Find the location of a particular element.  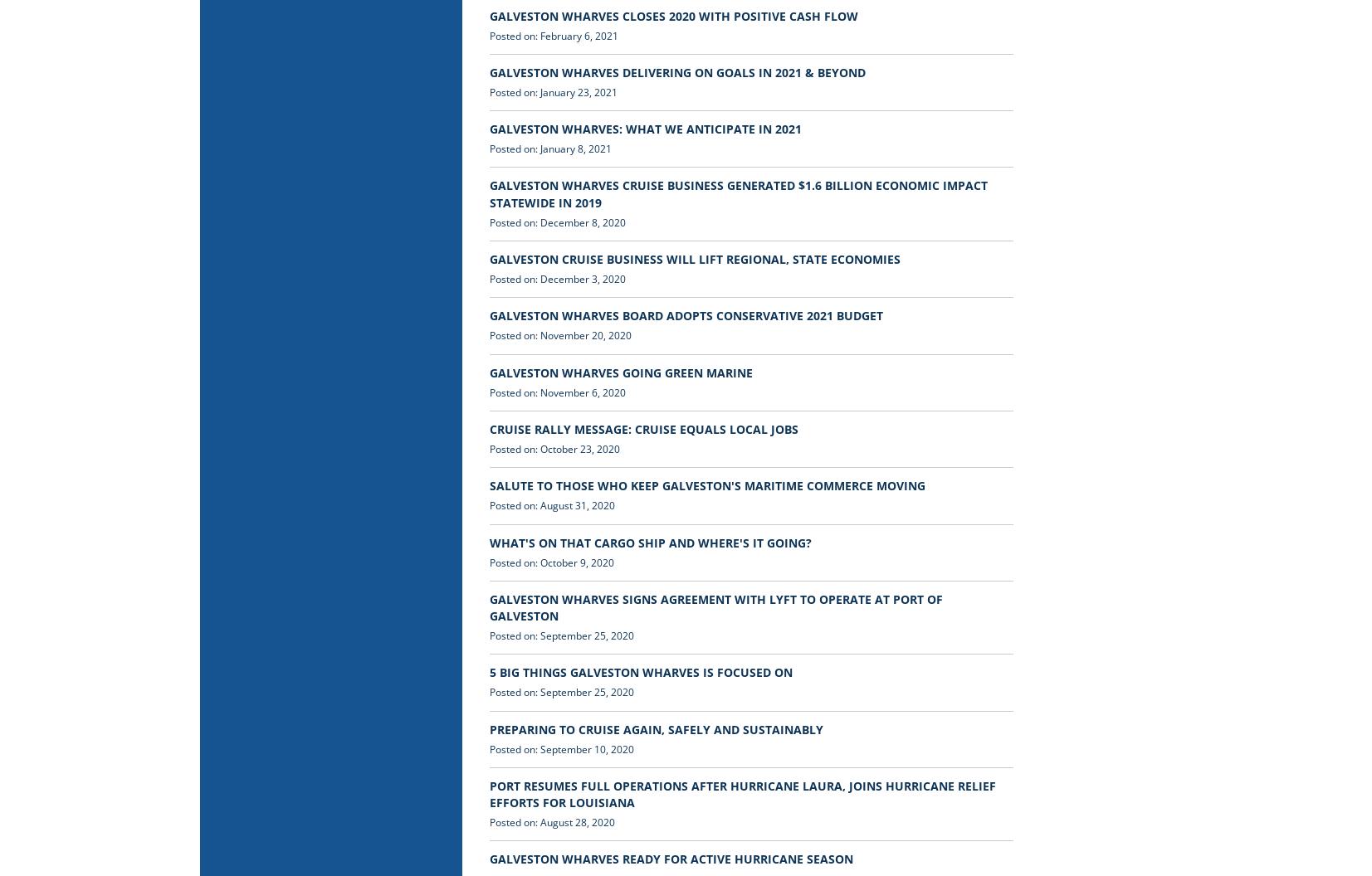

'GALVESTON WHARVES: WHAT WE ANTICIPATE IN 2021' is located at coordinates (645, 129).